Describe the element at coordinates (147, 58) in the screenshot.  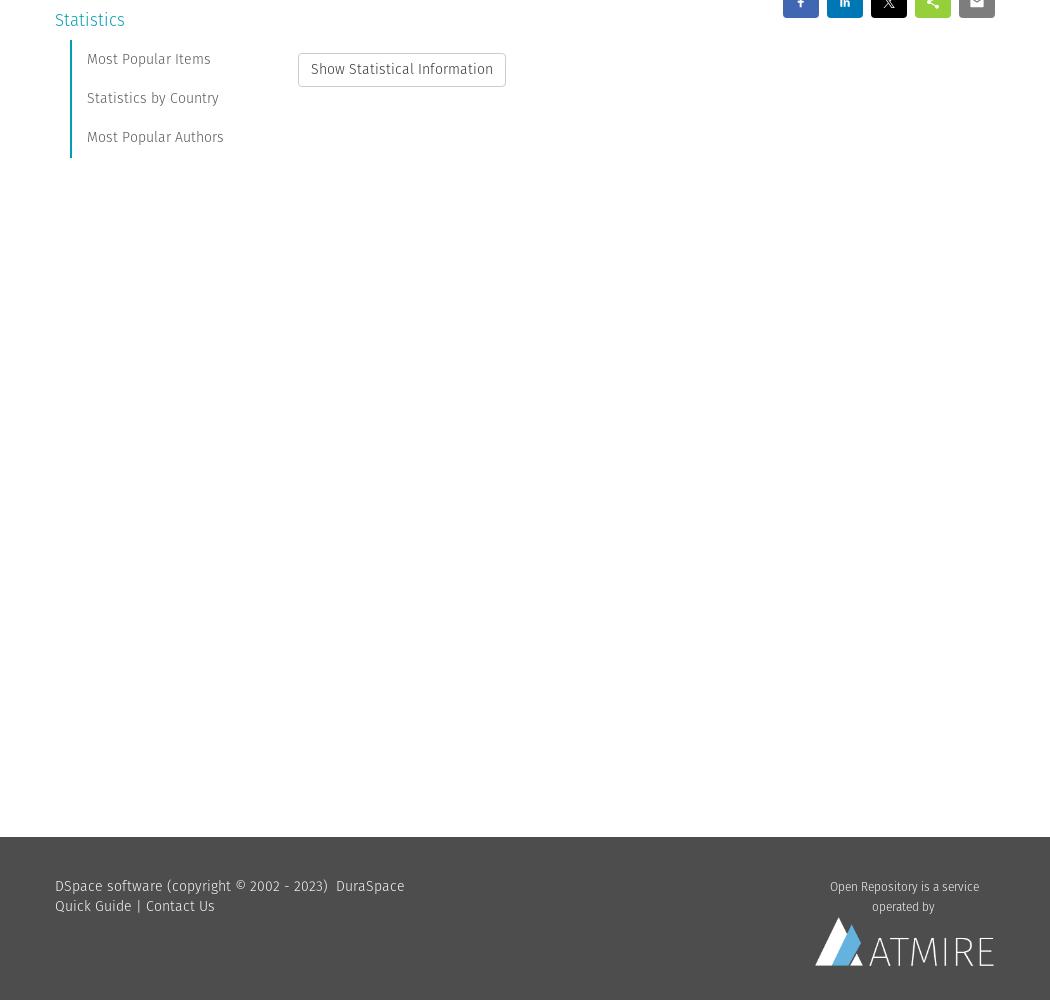
I see `'Most Popular Items'` at that location.